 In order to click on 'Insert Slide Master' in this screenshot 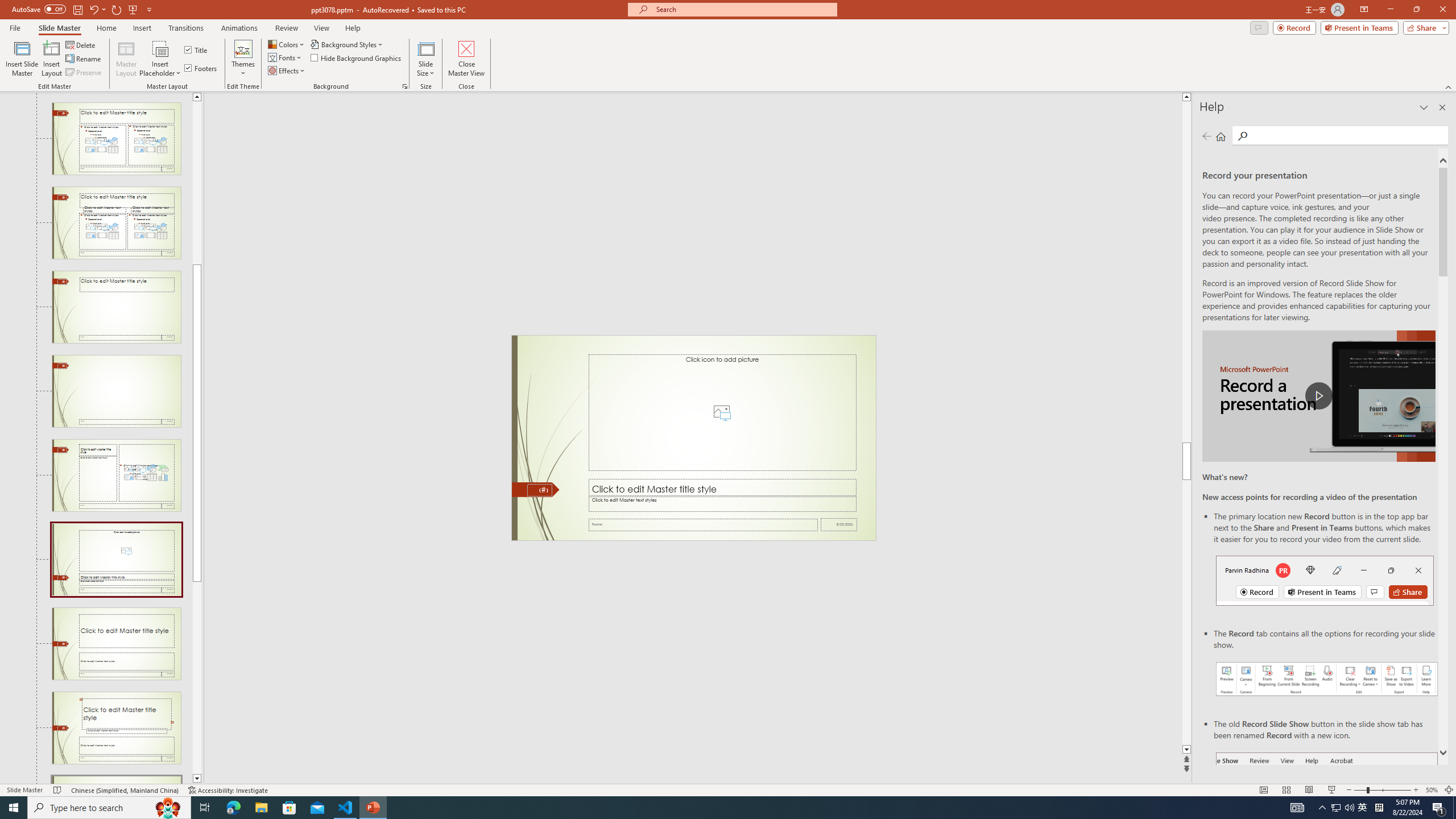, I will do `click(21, 59)`.